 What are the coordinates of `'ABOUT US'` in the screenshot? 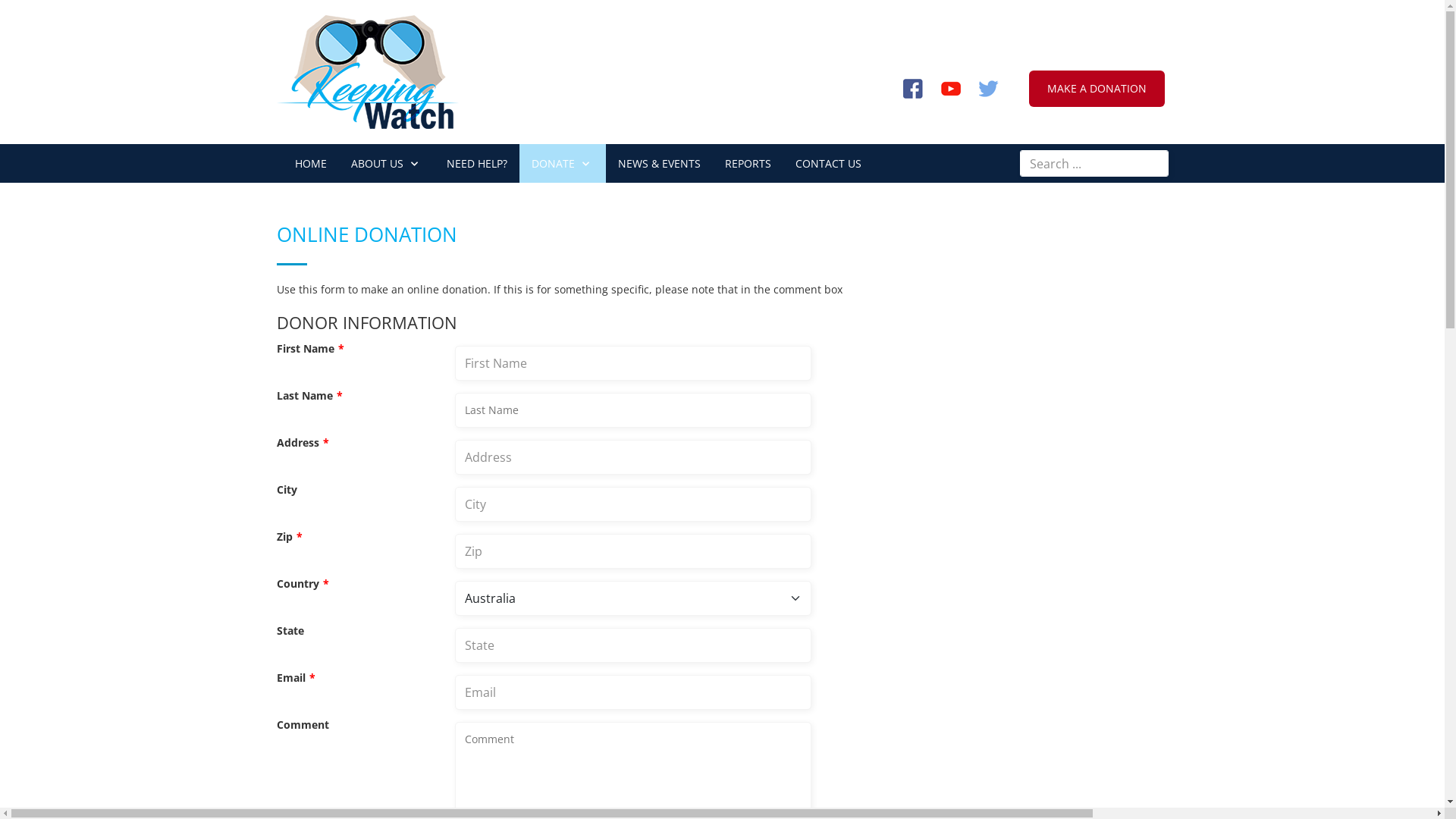 It's located at (385, 163).